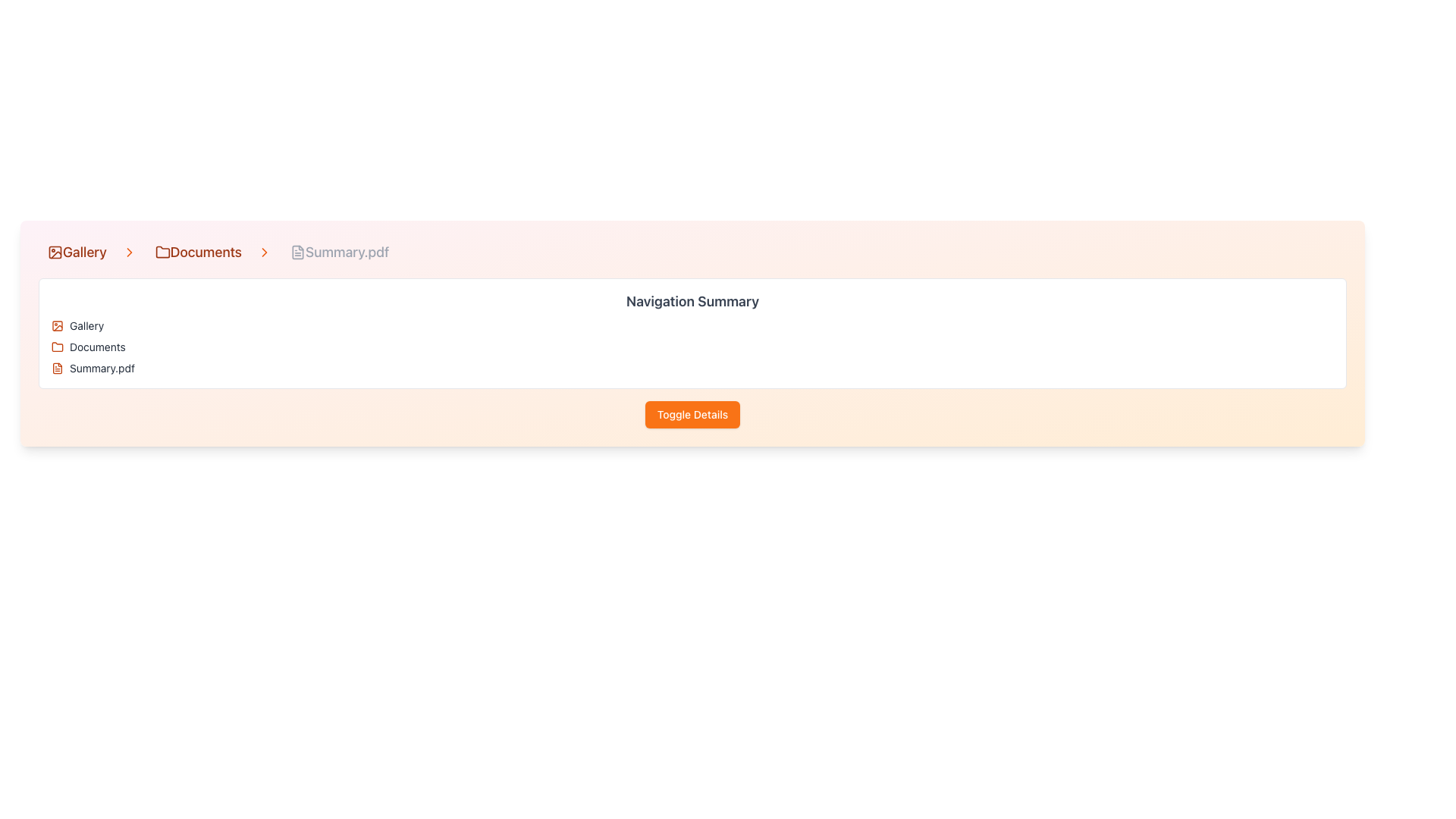 The image size is (1456, 819). Describe the element at coordinates (692, 301) in the screenshot. I see `the header text element labeled 'Navigation Summary' which serves as the title for the section` at that location.